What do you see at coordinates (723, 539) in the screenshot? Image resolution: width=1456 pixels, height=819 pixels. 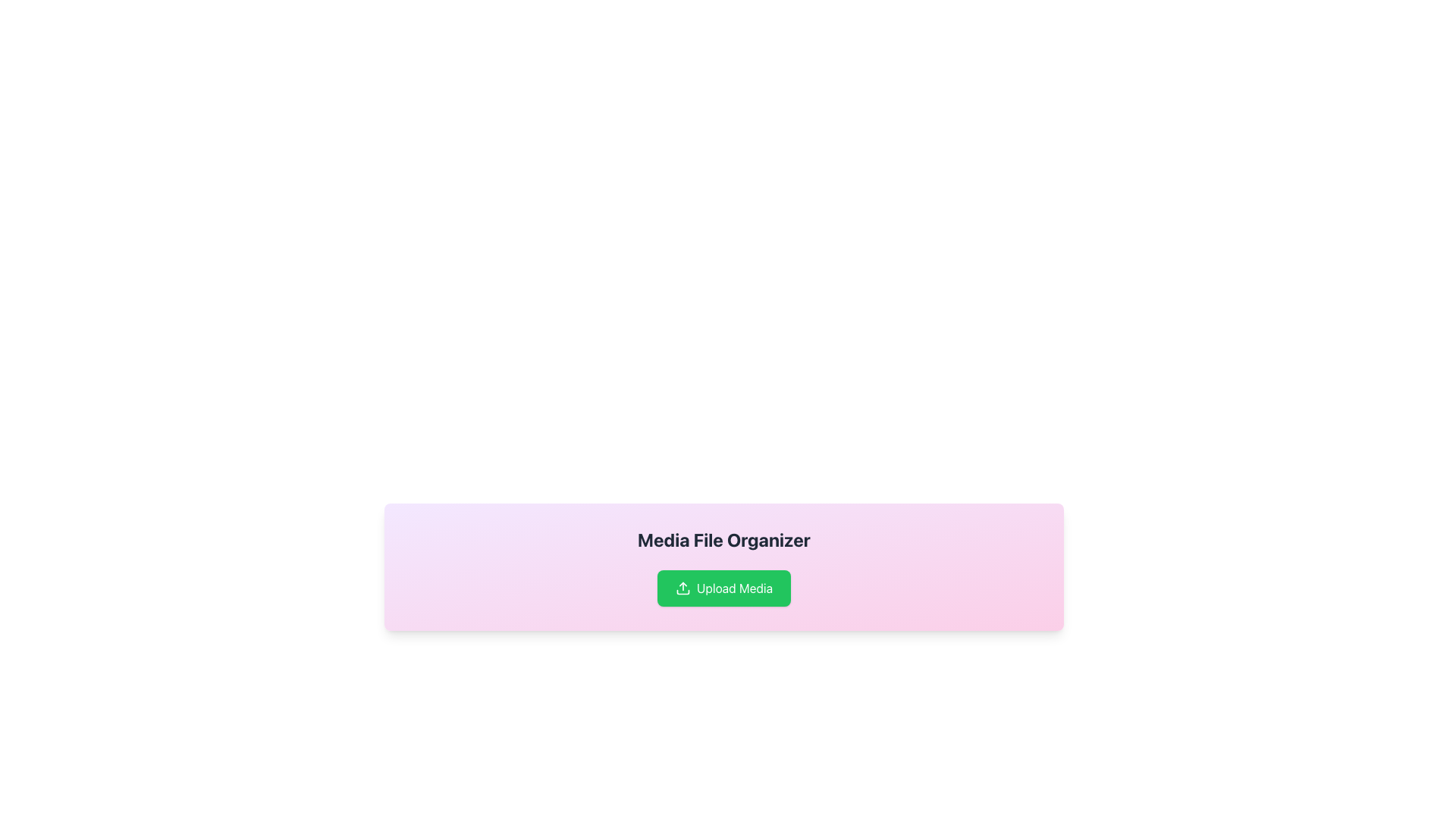 I see `the Text Header that serves as the title for the section, located centrally above the 'Upload Media' button` at bounding box center [723, 539].